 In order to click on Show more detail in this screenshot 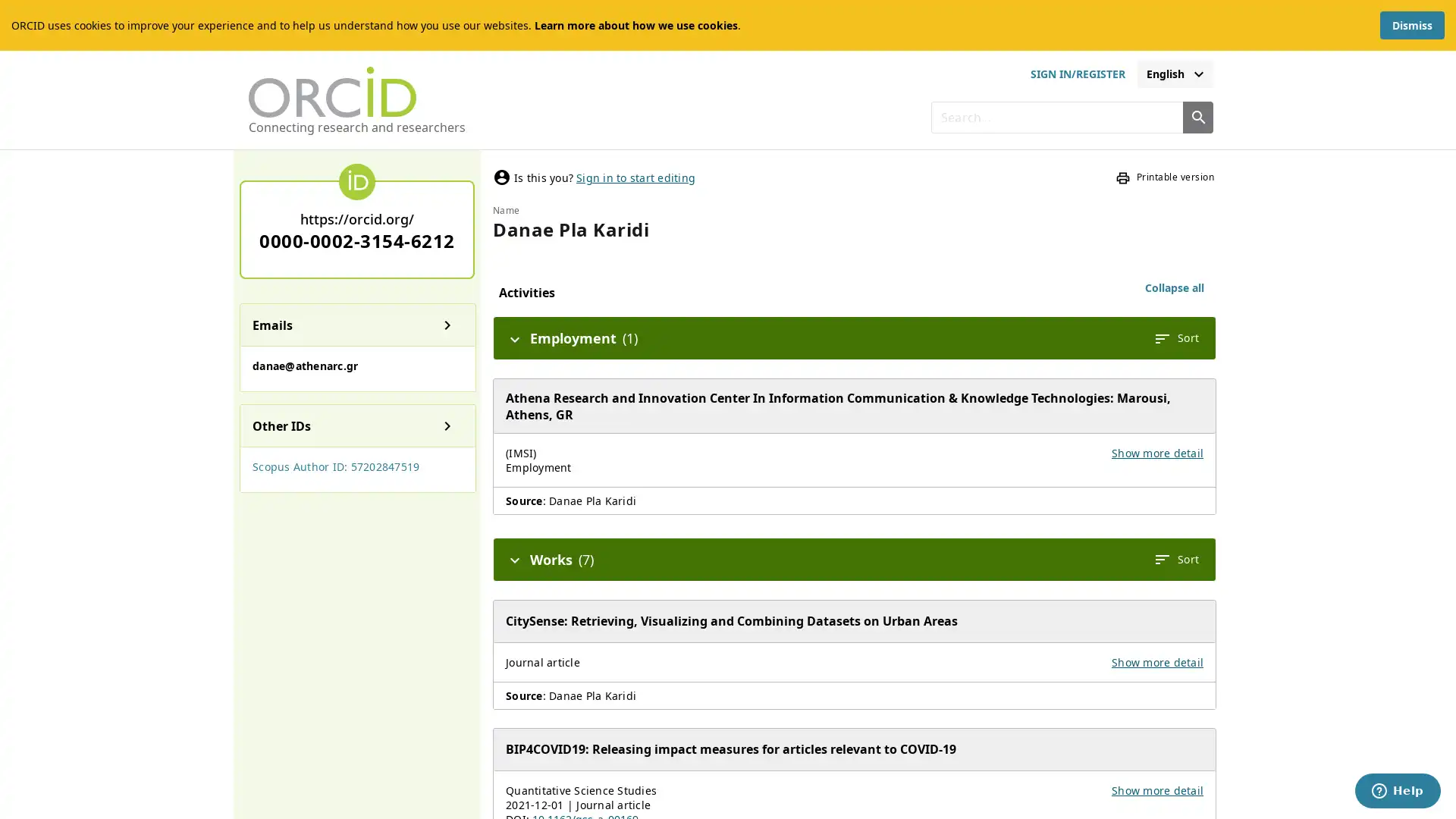, I will do `click(1156, 661)`.